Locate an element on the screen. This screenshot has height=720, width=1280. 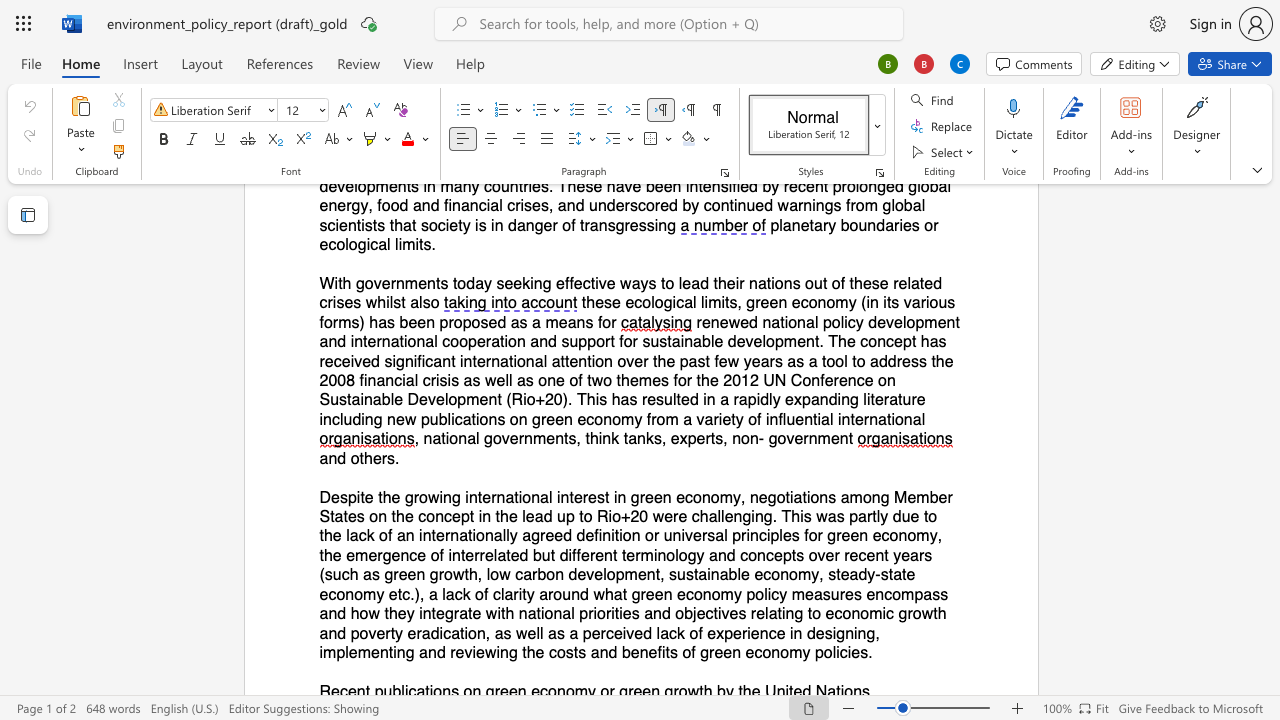
the 12th character "g" in the text is located at coordinates (388, 575).